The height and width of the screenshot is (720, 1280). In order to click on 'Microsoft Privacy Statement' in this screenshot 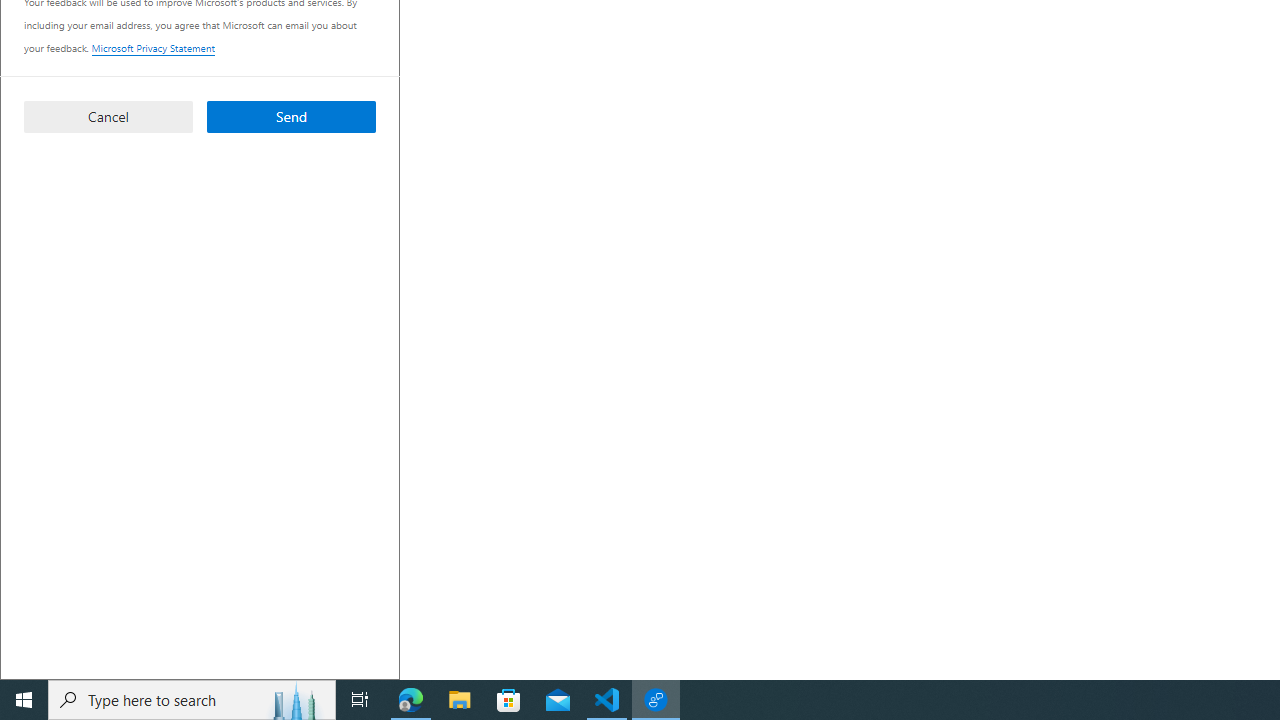, I will do `click(151, 47)`.